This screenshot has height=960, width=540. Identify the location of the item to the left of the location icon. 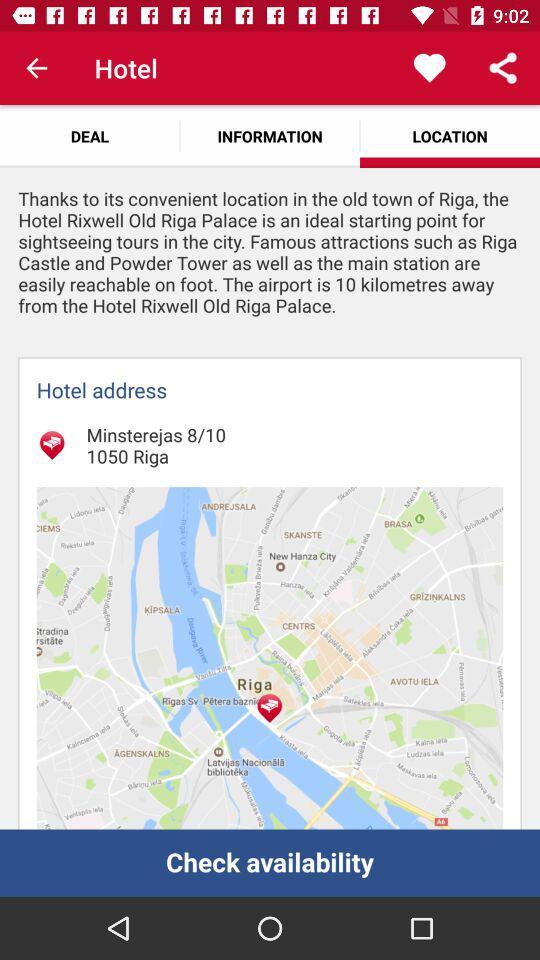
(270, 135).